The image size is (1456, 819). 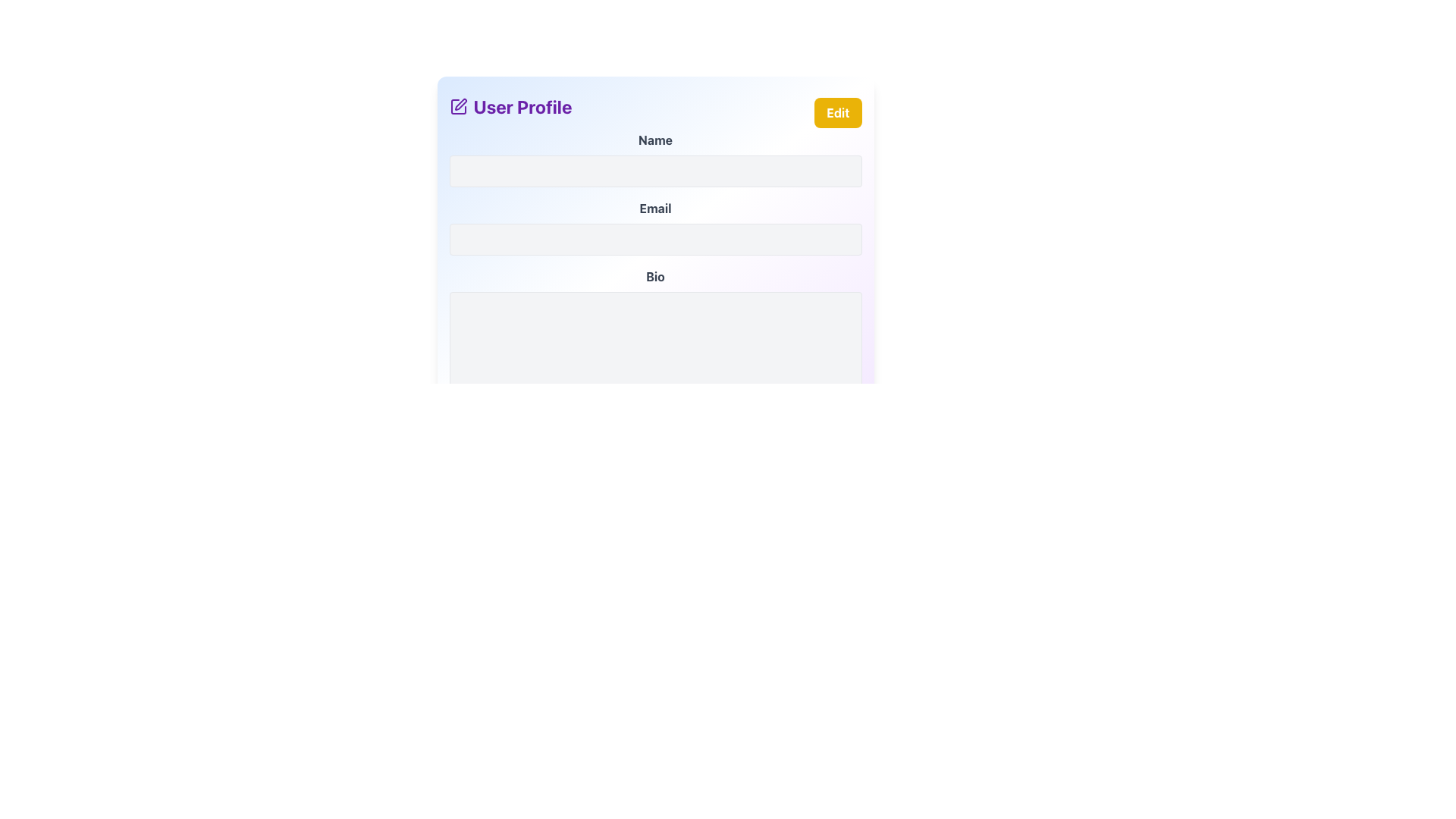 What do you see at coordinates (457, 106) in the screenshot?
I see `the editing icon located at the top-left corner of the 'User Profile' section` at bounding box center [457, 106].